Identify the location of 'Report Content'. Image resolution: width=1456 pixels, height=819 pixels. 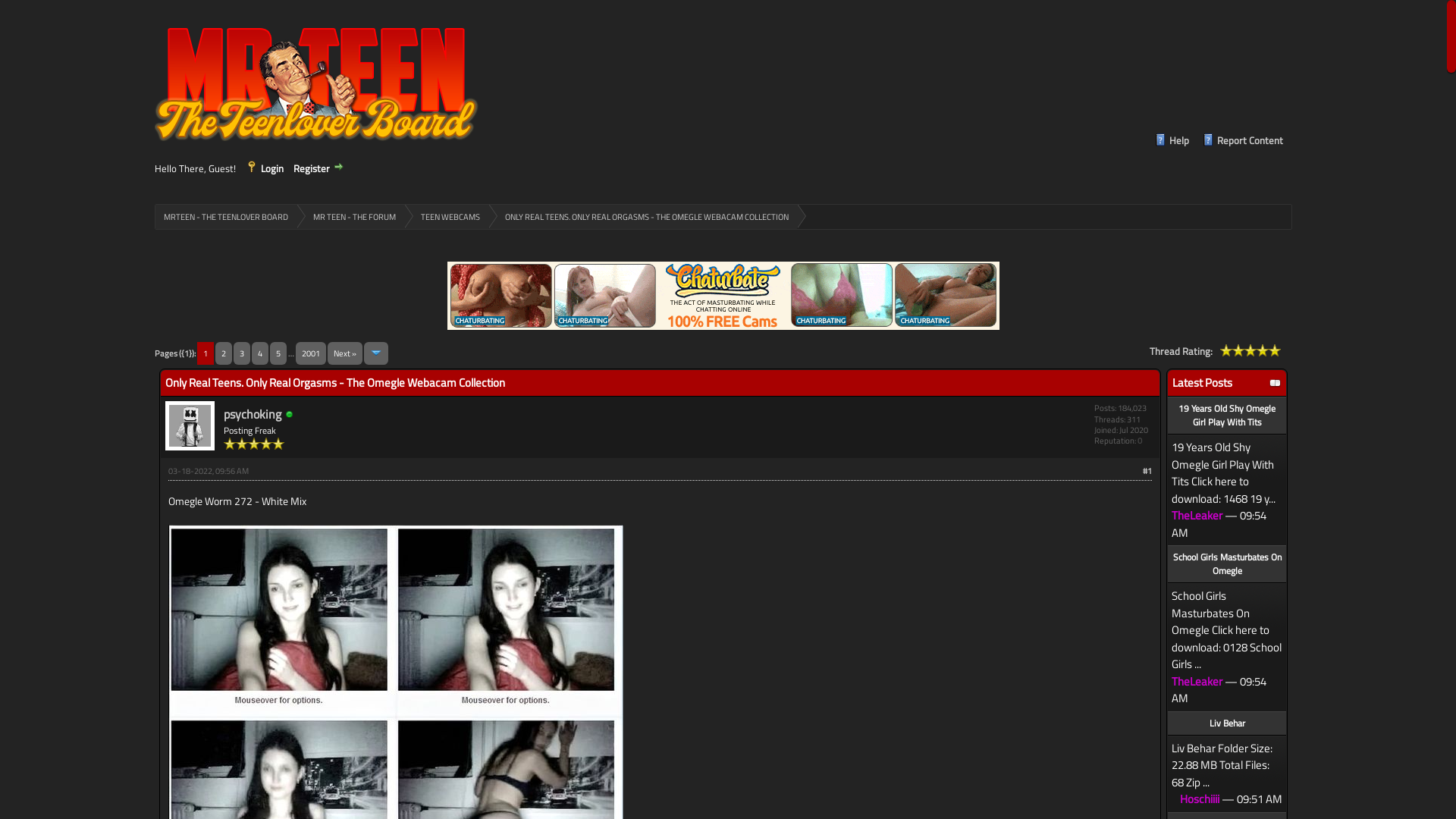
(1200, 140).